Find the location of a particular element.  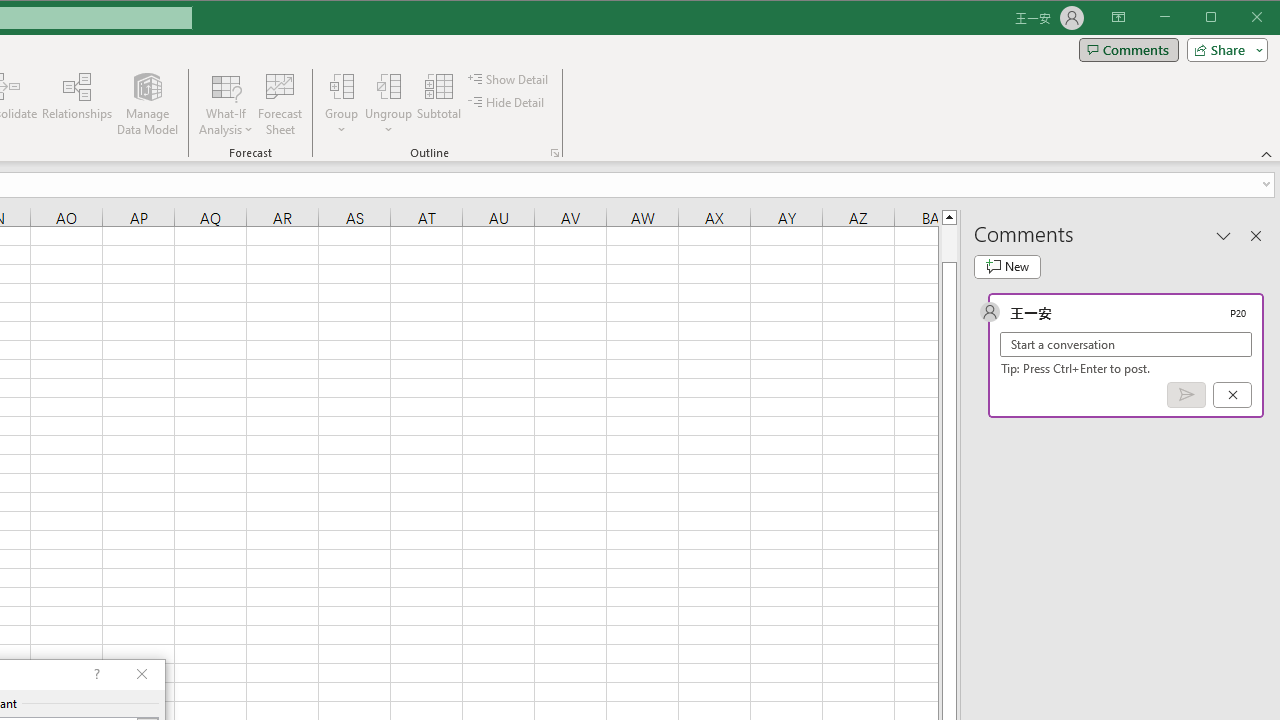

'Group and Outline Settings' is located at coordinates (554, 152).